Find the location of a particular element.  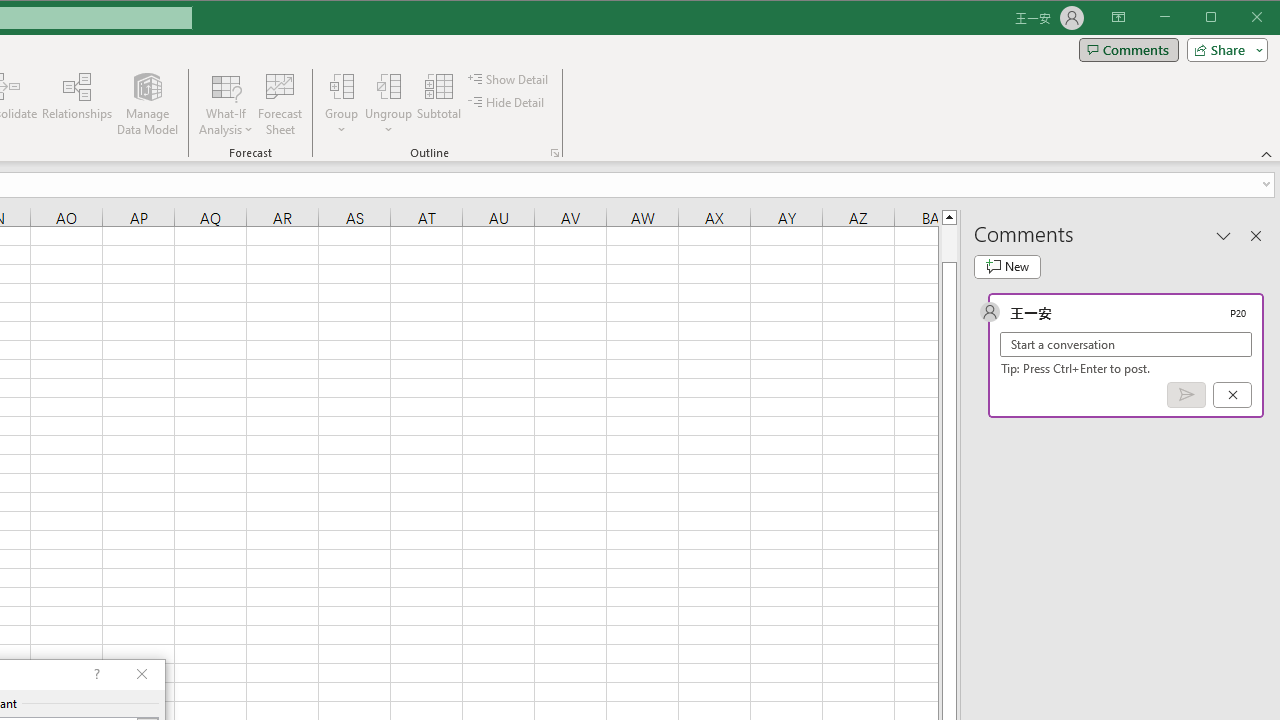

'Group and Outline Settings' is located at coordinates (554, 152).